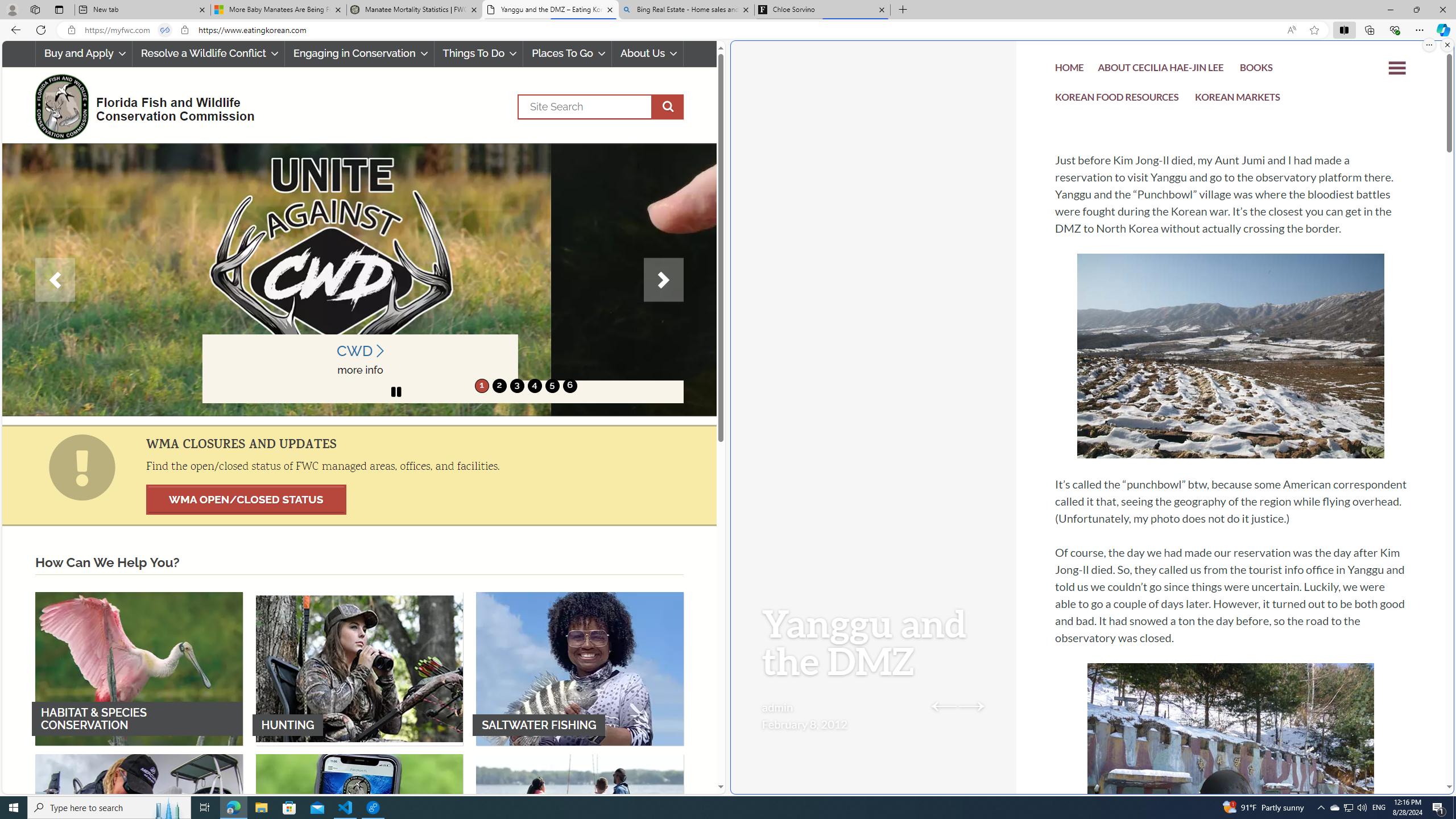 This screenshot has height=819, width=1456. What do you see at coordinates (359, 668) in the screenshot?
I see `'HUNTING'` at bounding box center [359, 668].